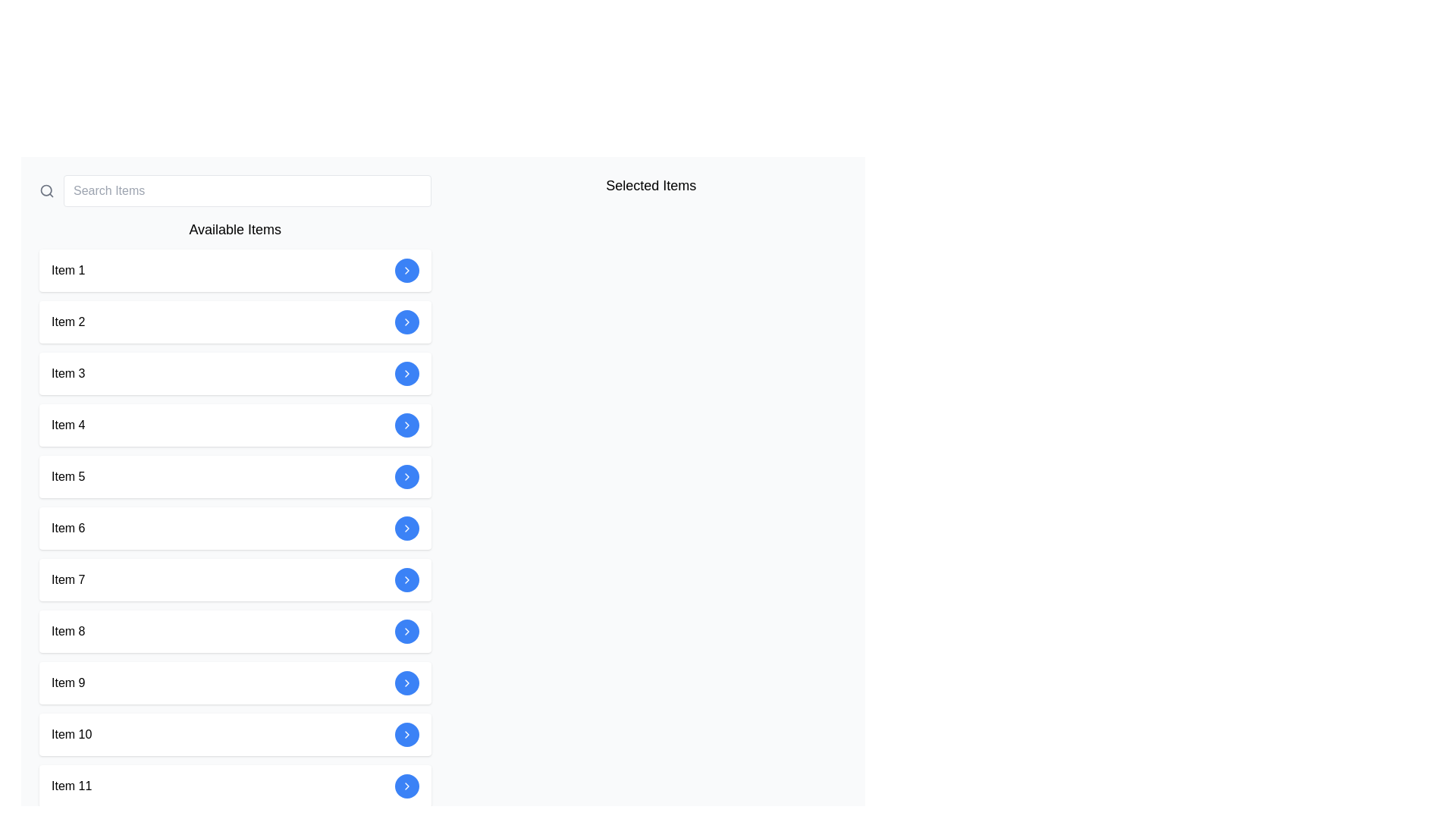  Describe the element at coordinates (406, 475) in the screenshot. I see `the button located on the right side of 'Item 5'` at that location.